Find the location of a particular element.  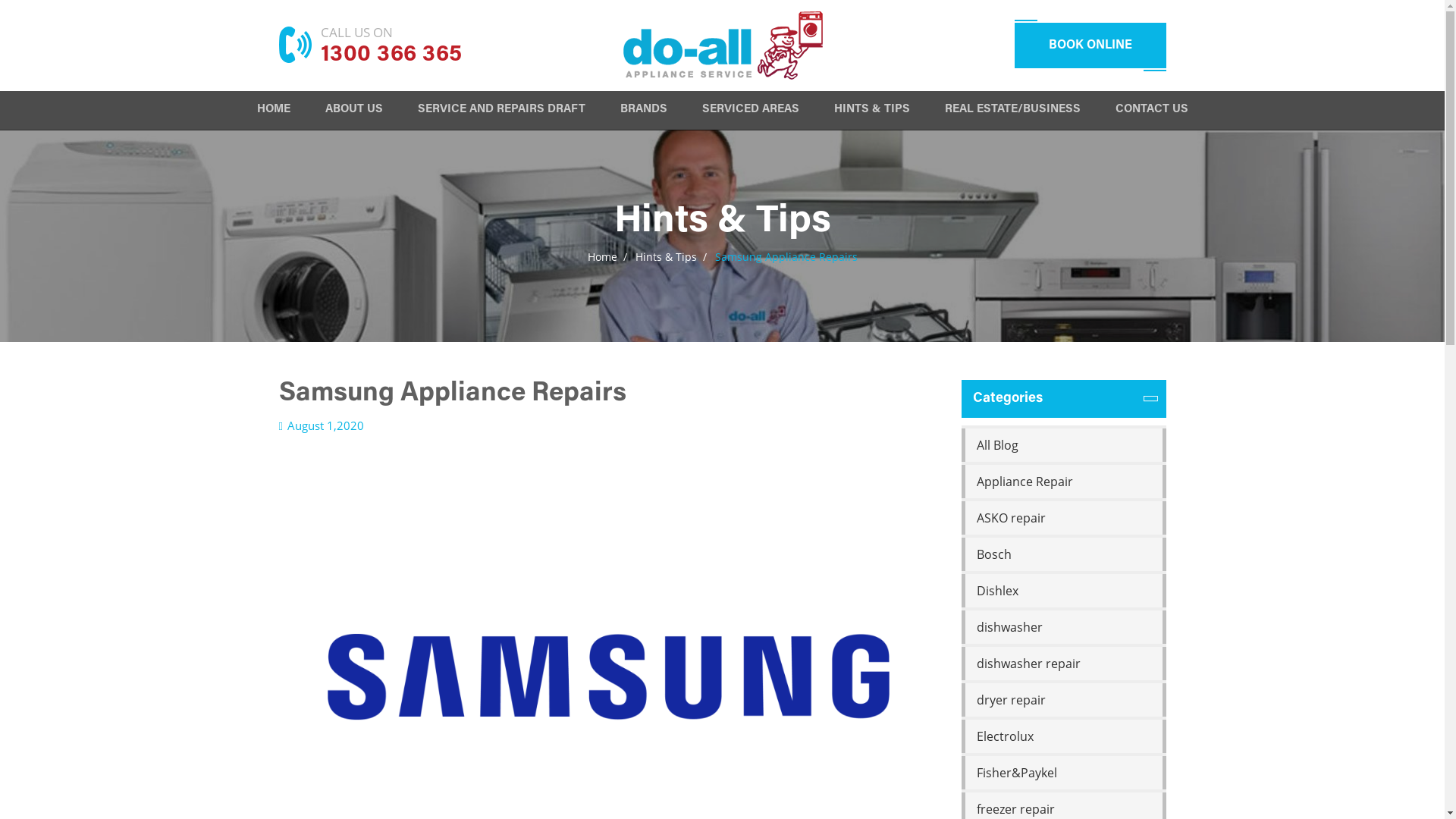

'HOME' is located at coordinates (273, 111).